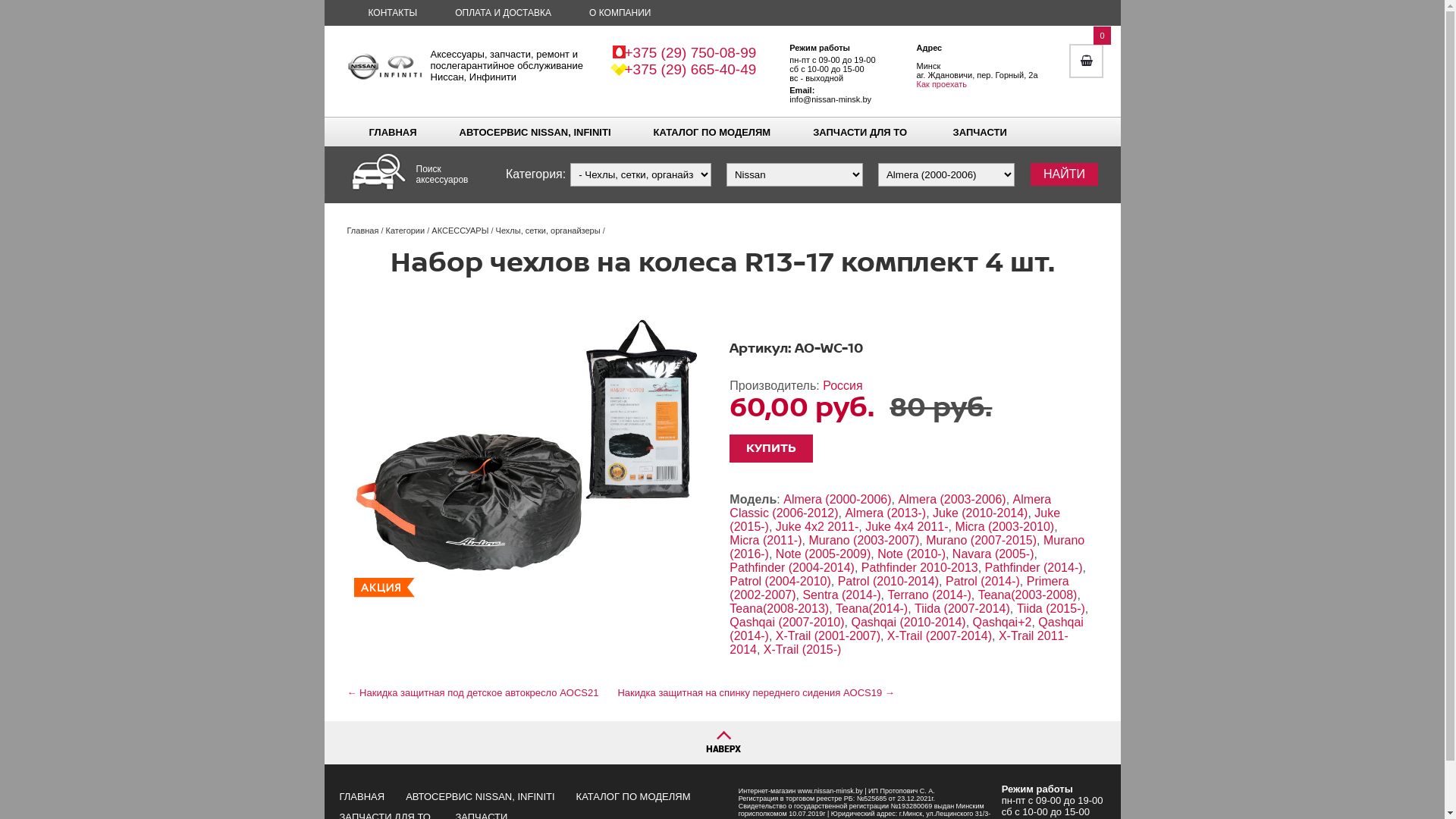 The image size is (1456, 819). Describe the element at coordinates (895, 519) in the screenshot. I see `'Juke (2015-)'` at that location.